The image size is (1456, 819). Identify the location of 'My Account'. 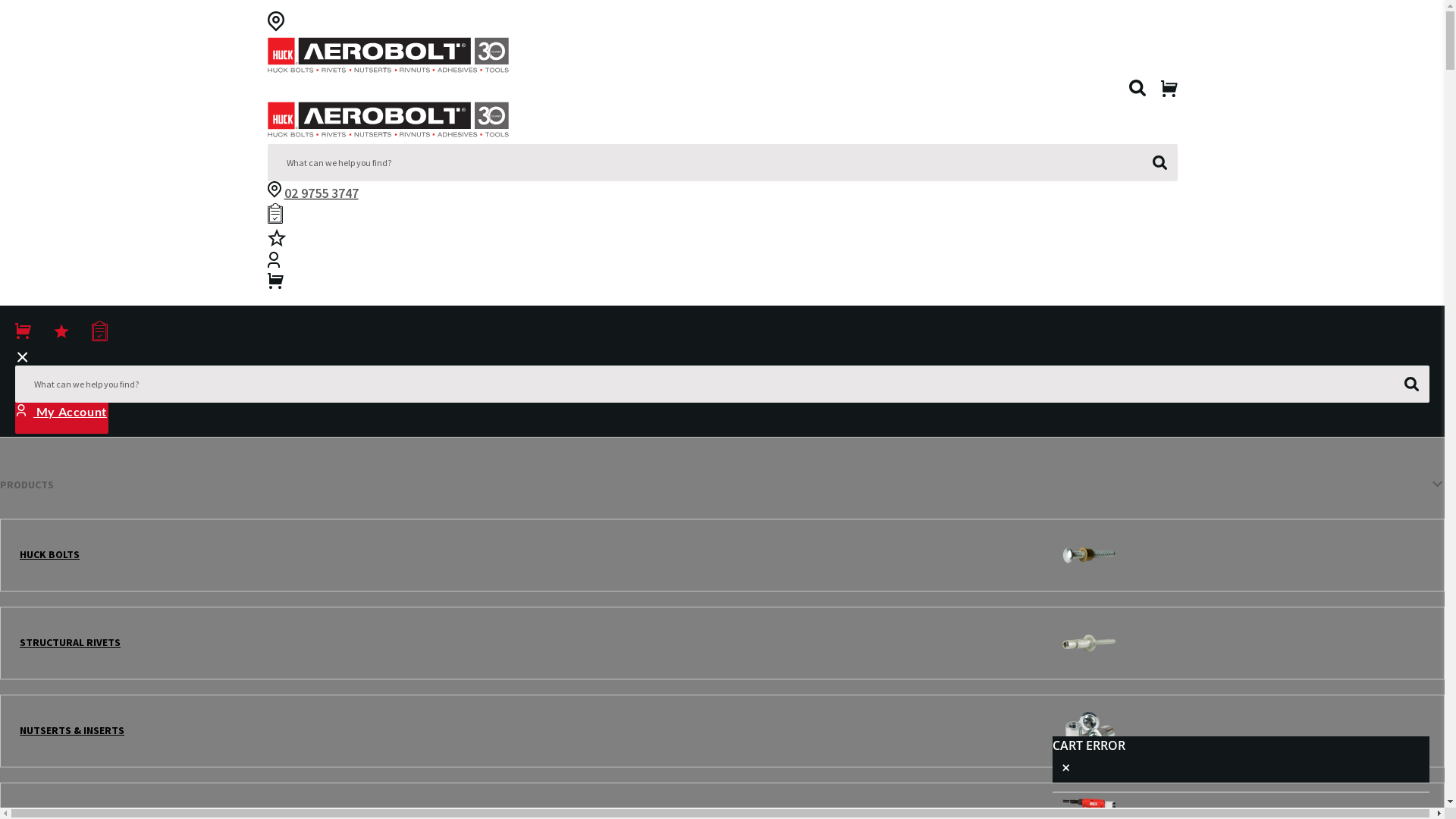
(14, 411).